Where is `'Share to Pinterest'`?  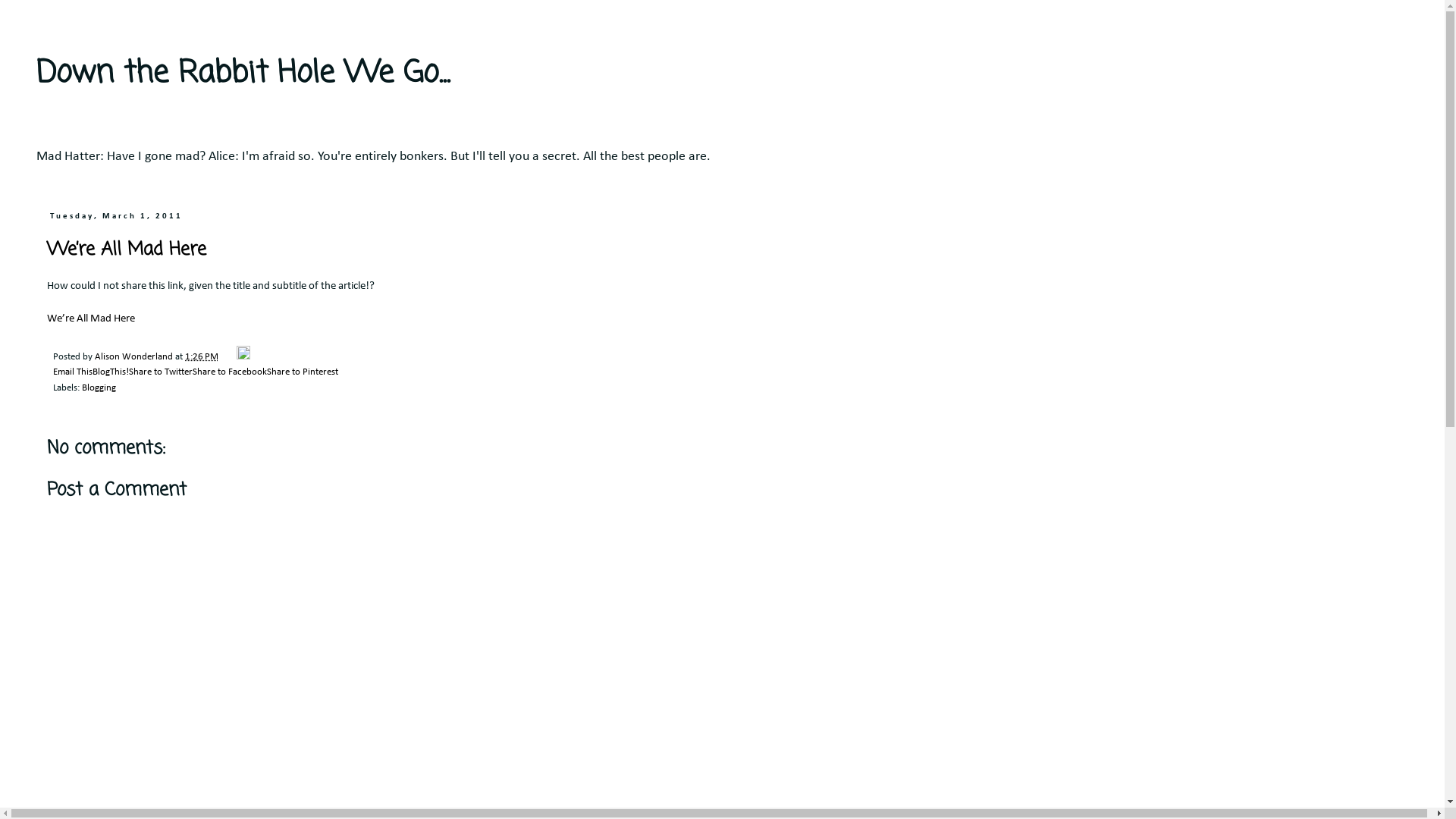 'Share to Pinterest' is located at coordinates (302, 372).